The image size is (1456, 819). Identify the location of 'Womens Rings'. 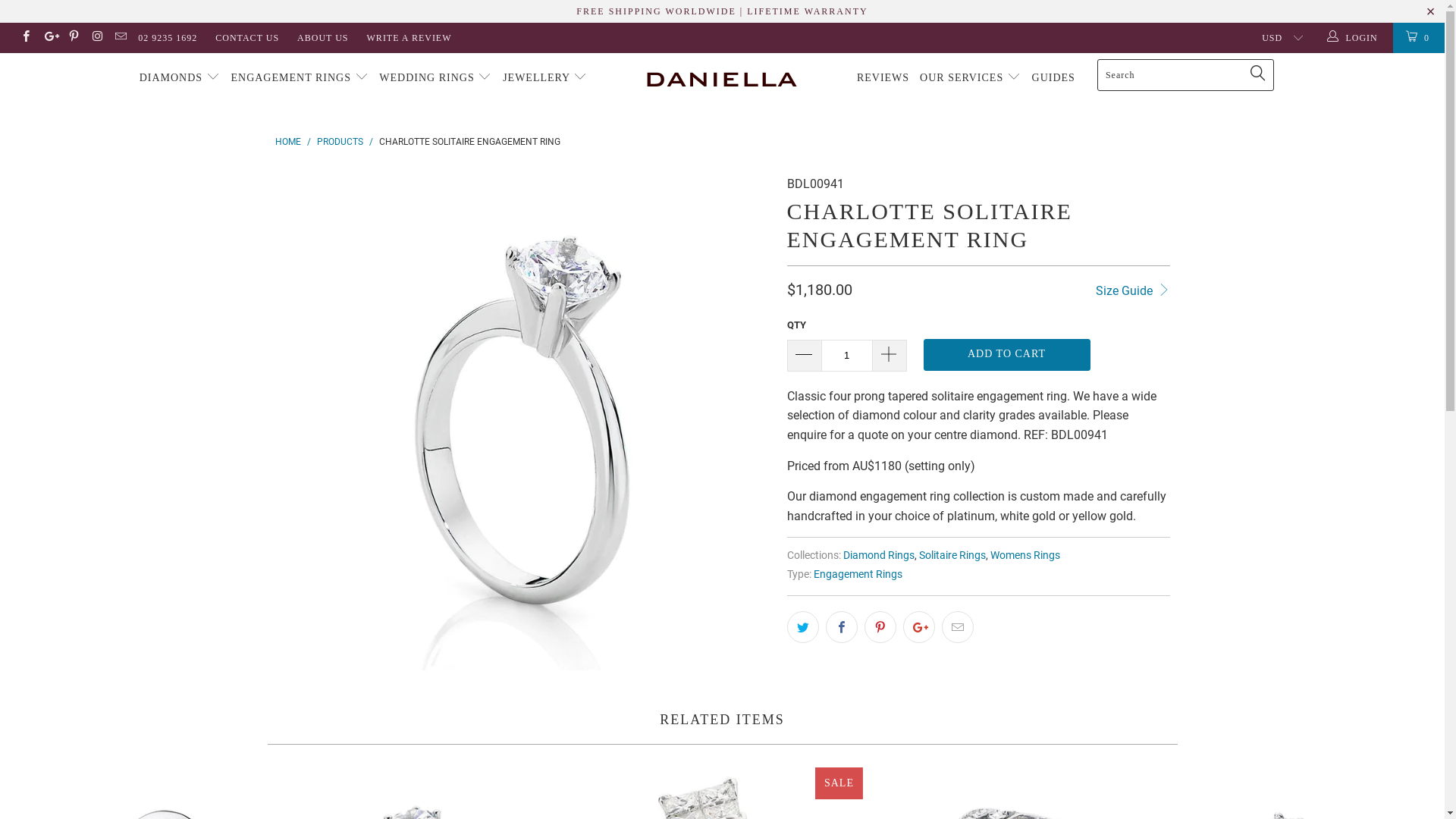
(1025, 555).